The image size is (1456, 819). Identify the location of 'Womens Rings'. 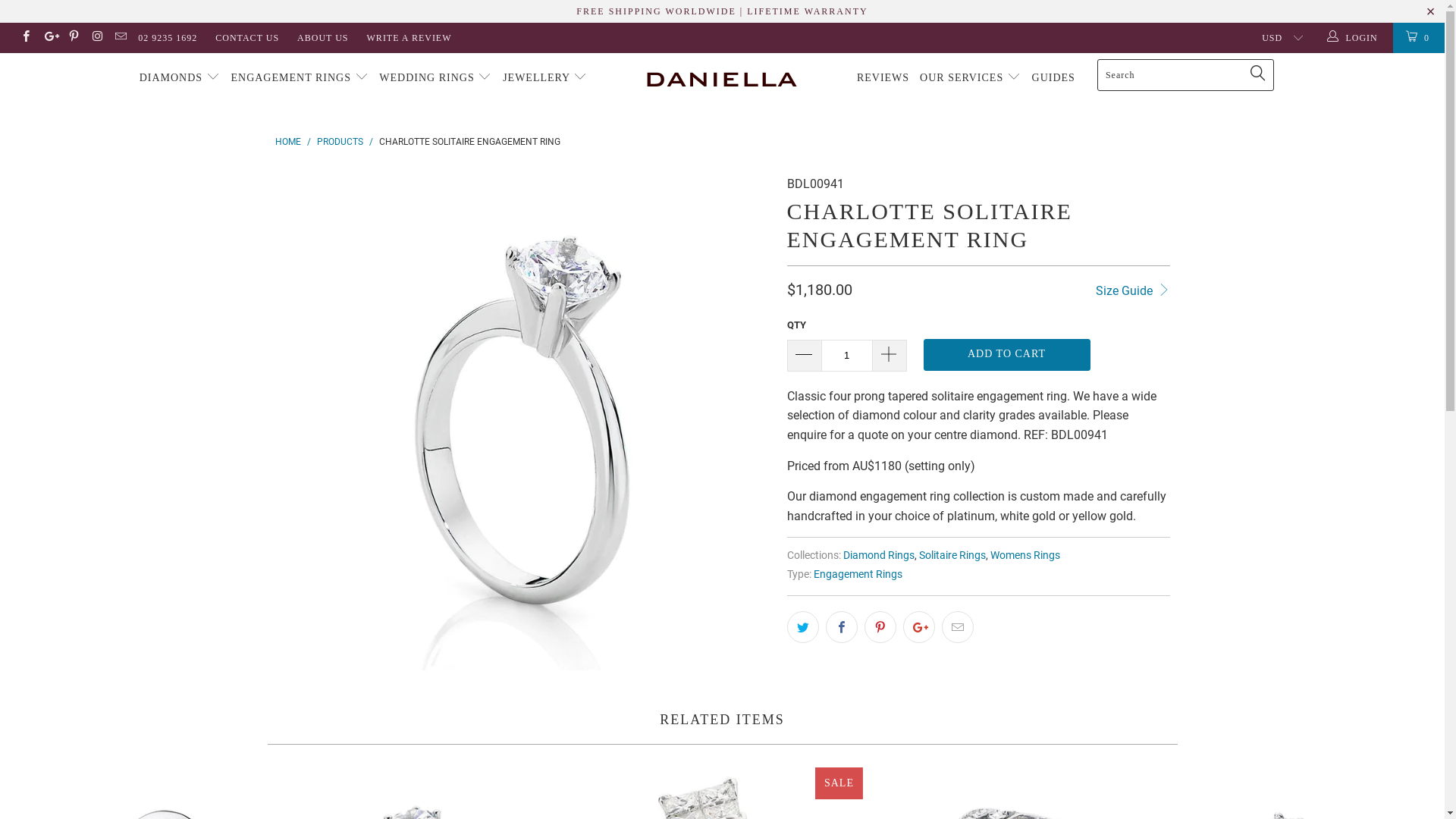
(1025, 555).